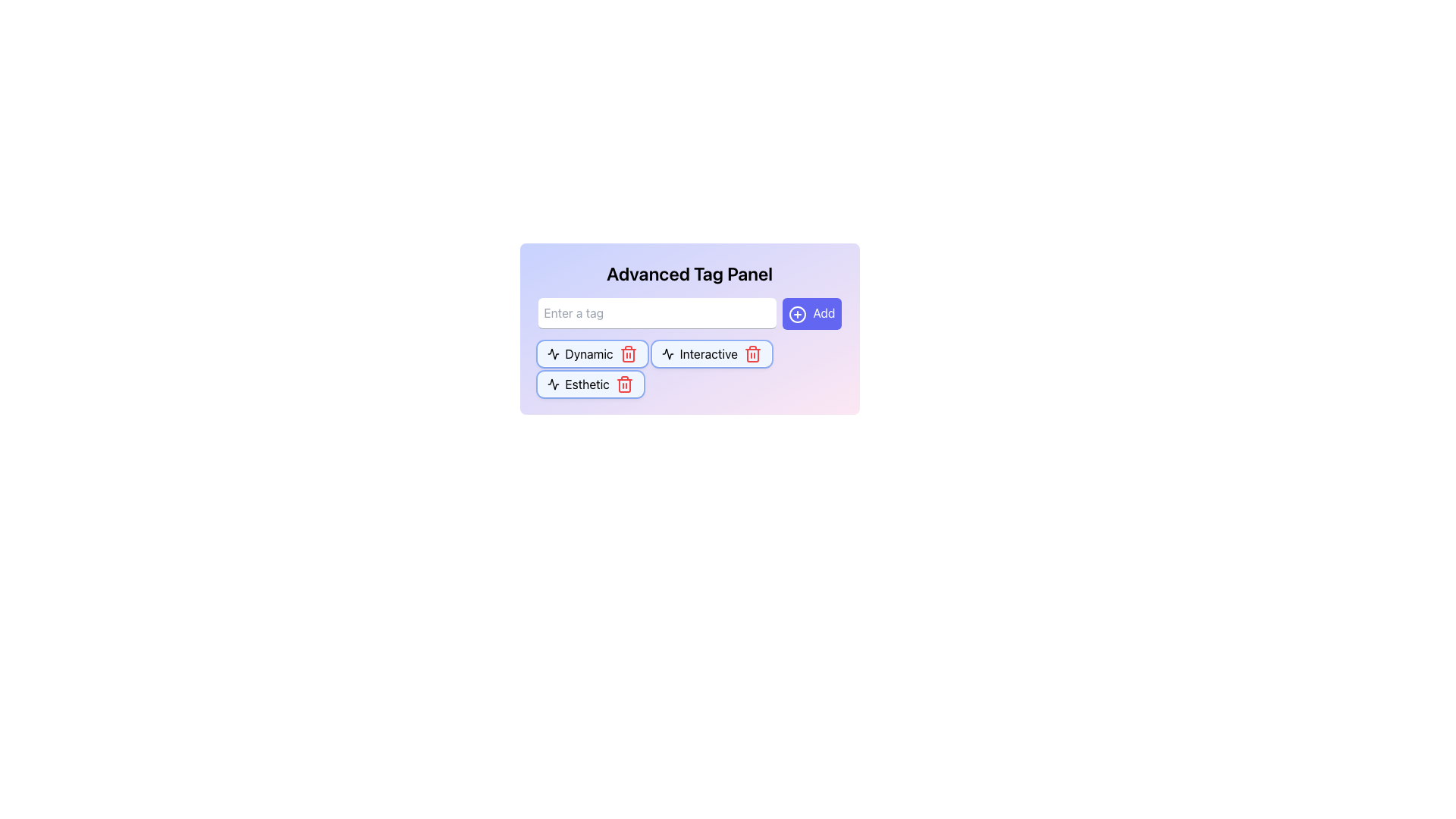  Describe the element at coordinates (552, 353) in the screenshot. I see `the small, stylized icon resembling an activity graph or waveform located in the tag management panel` at that location.